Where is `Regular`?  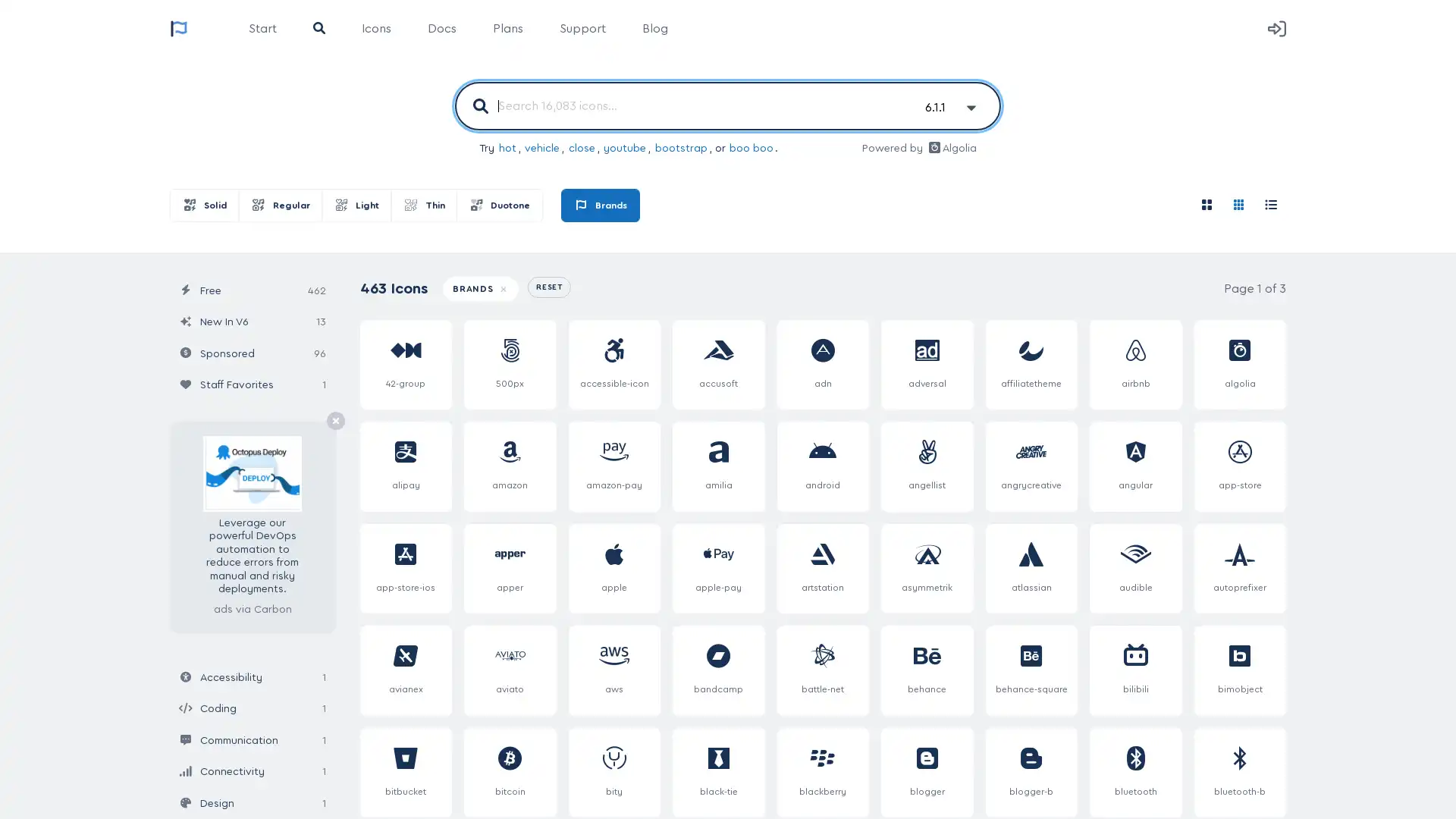
Regular is located at coordinates (319, 210).